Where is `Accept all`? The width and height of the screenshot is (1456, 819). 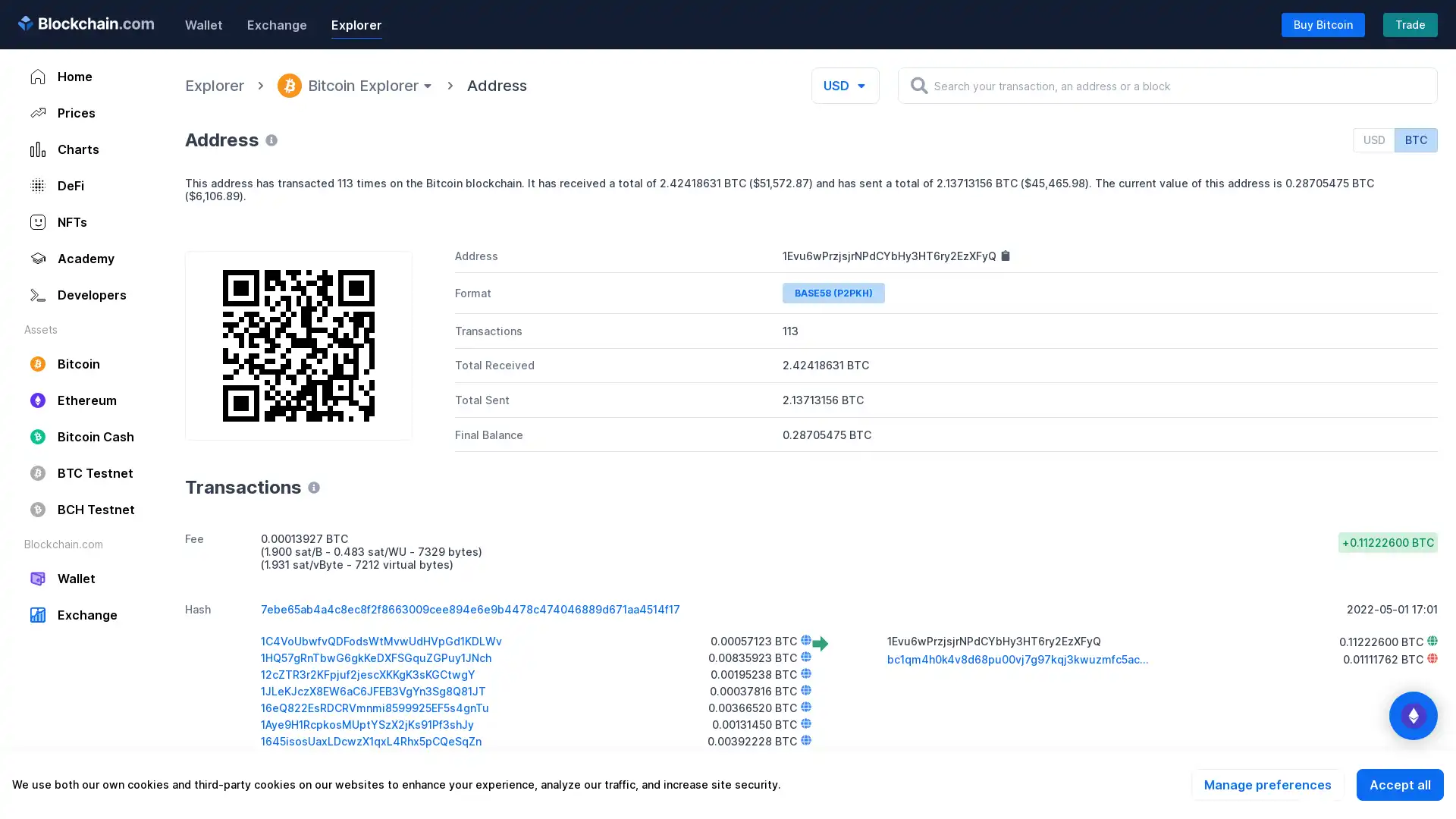
Accept all is located at coordinates (1399, 784).